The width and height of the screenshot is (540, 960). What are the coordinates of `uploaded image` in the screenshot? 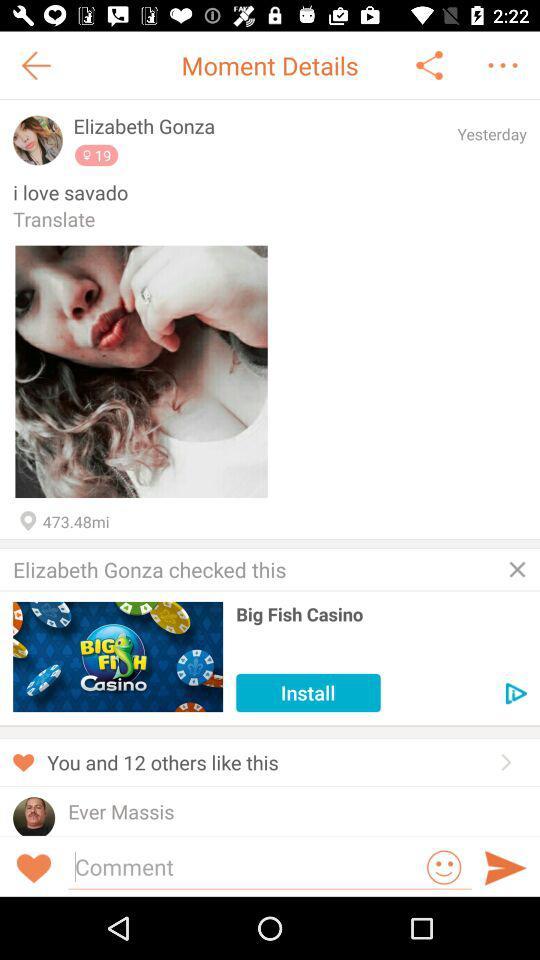 It's located at (140, 370).